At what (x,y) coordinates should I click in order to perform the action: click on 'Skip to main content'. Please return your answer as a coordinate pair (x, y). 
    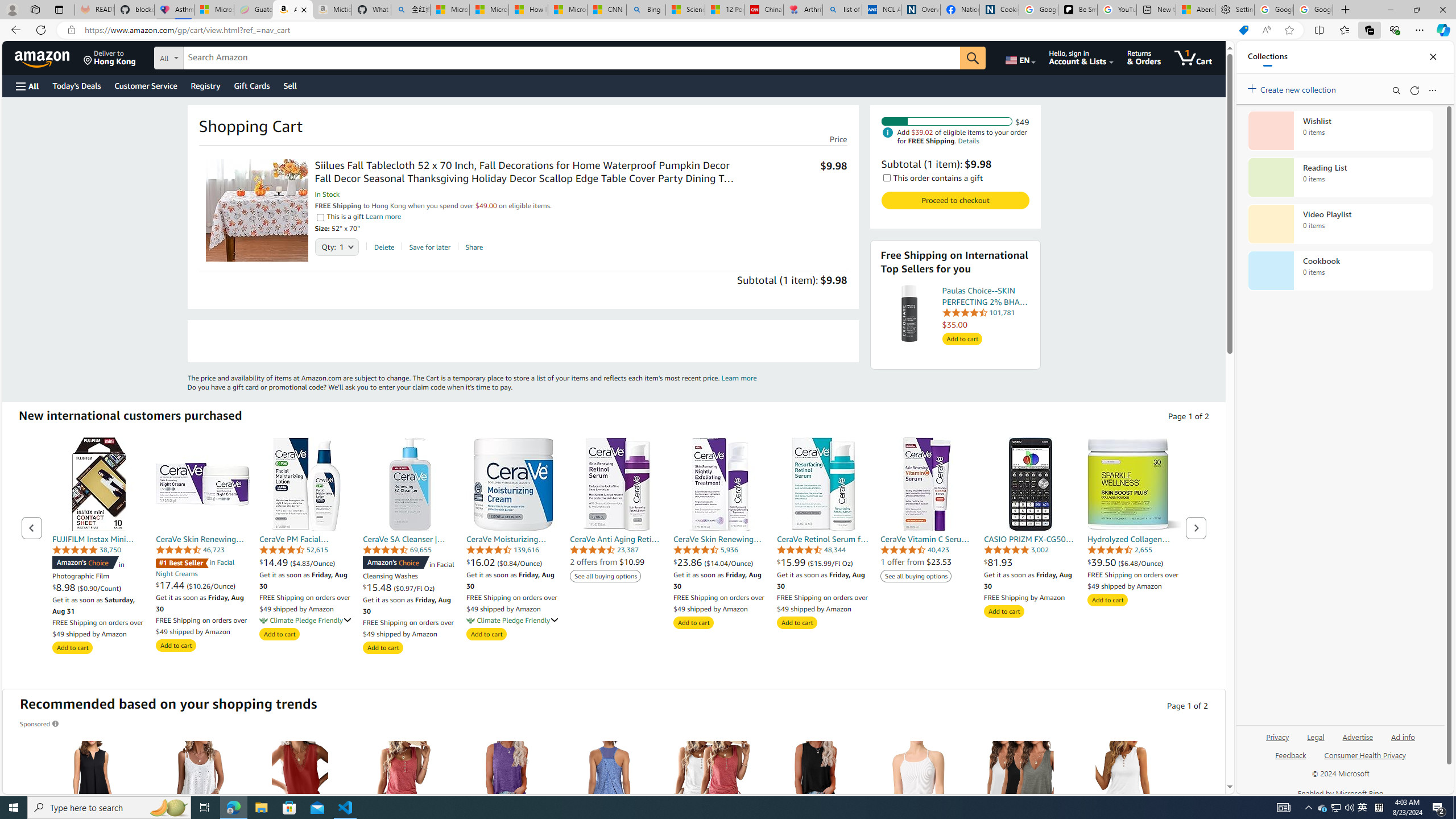
    Looking at the image, I should click on (48, 56).